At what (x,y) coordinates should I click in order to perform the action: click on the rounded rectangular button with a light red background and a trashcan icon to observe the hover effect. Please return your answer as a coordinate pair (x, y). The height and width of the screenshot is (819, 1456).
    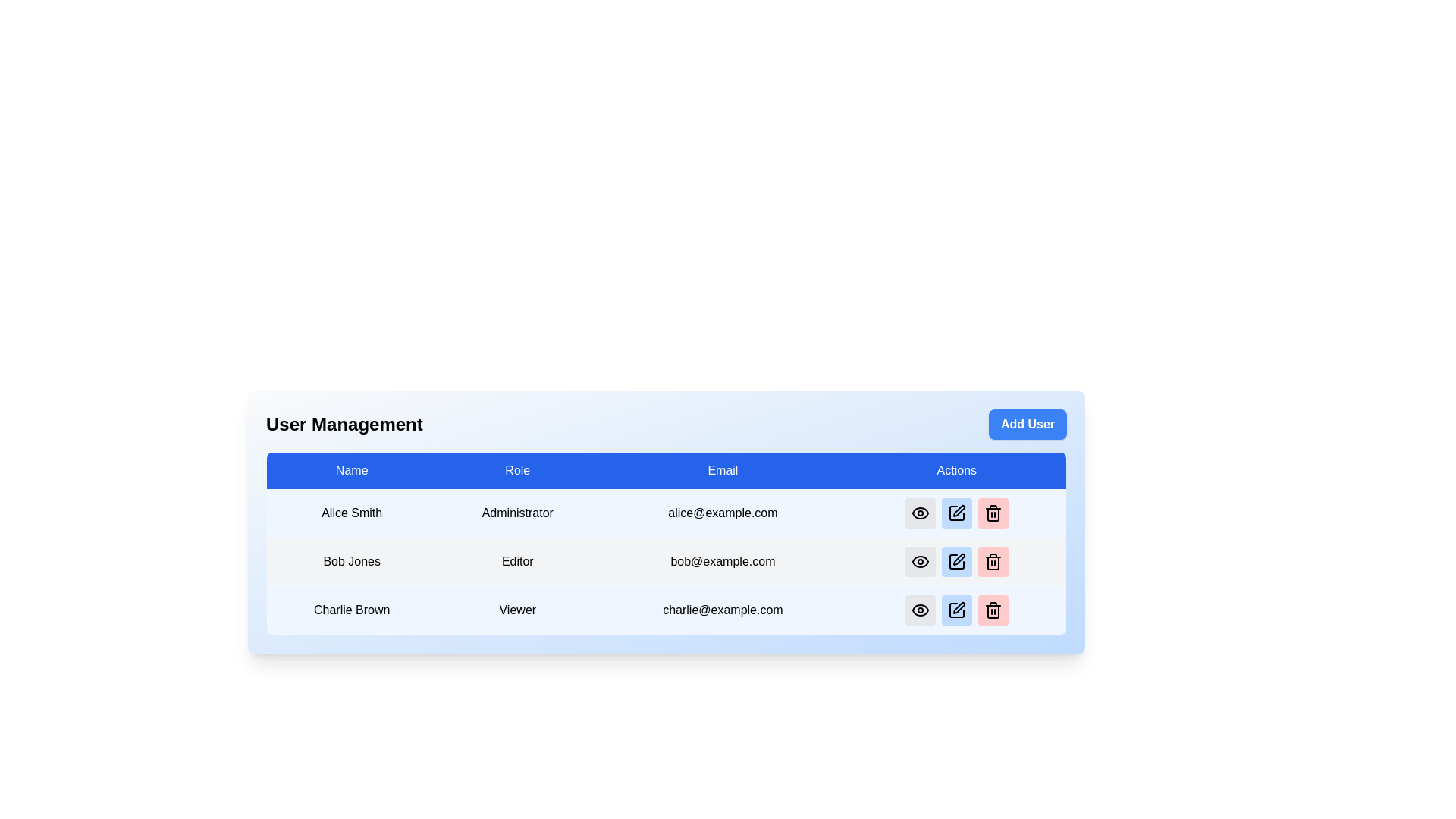
    Looking at the image, I should click on (993, 513).